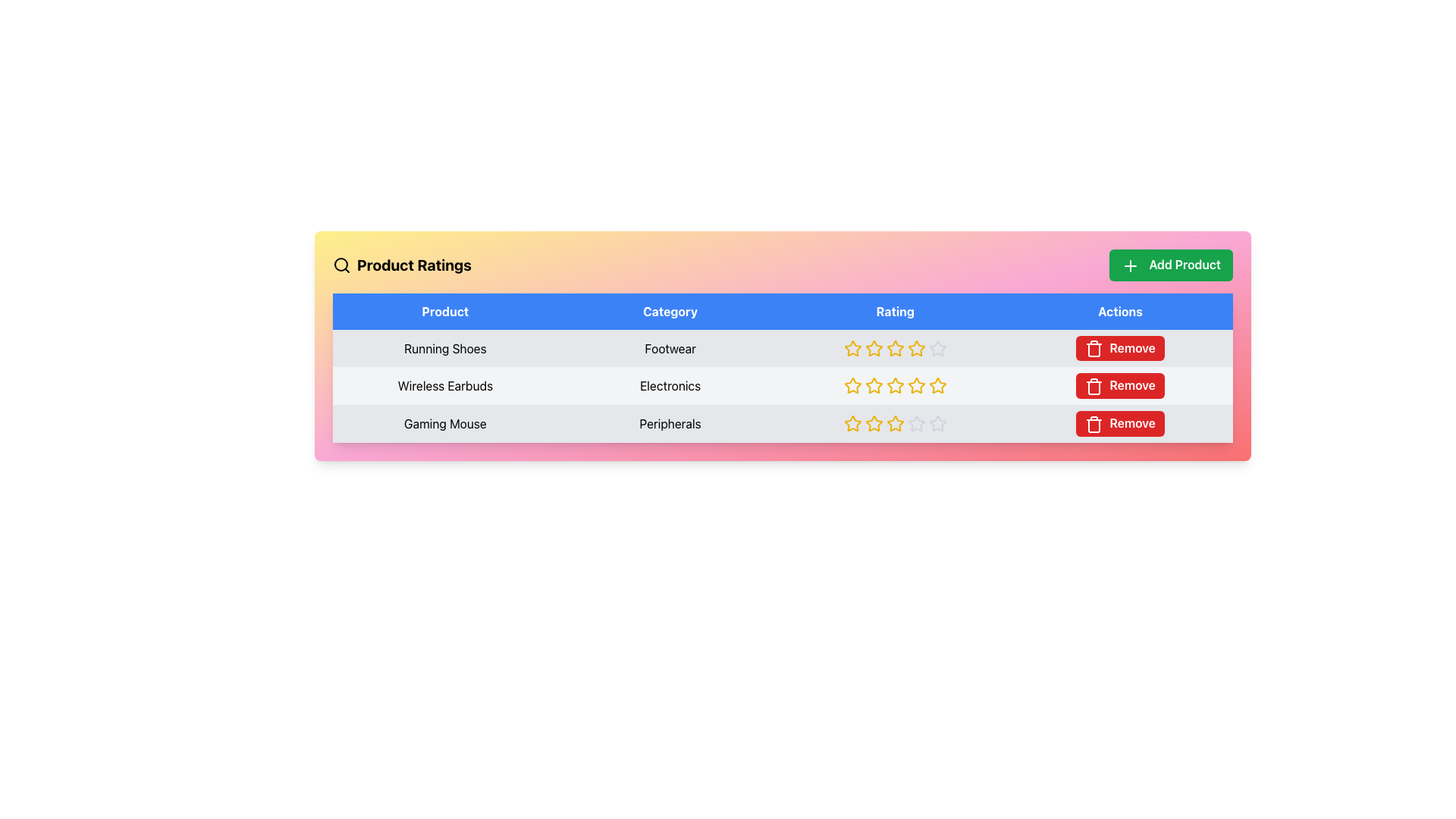 This screenshot has height=819, width=1456. What do you see at coordinates (895, 384) in the screenshot?
I see `the third star icon in the 'Rating' column for 'Wireless Earbuds' in the product rating table` at bounding box center [895, 384].